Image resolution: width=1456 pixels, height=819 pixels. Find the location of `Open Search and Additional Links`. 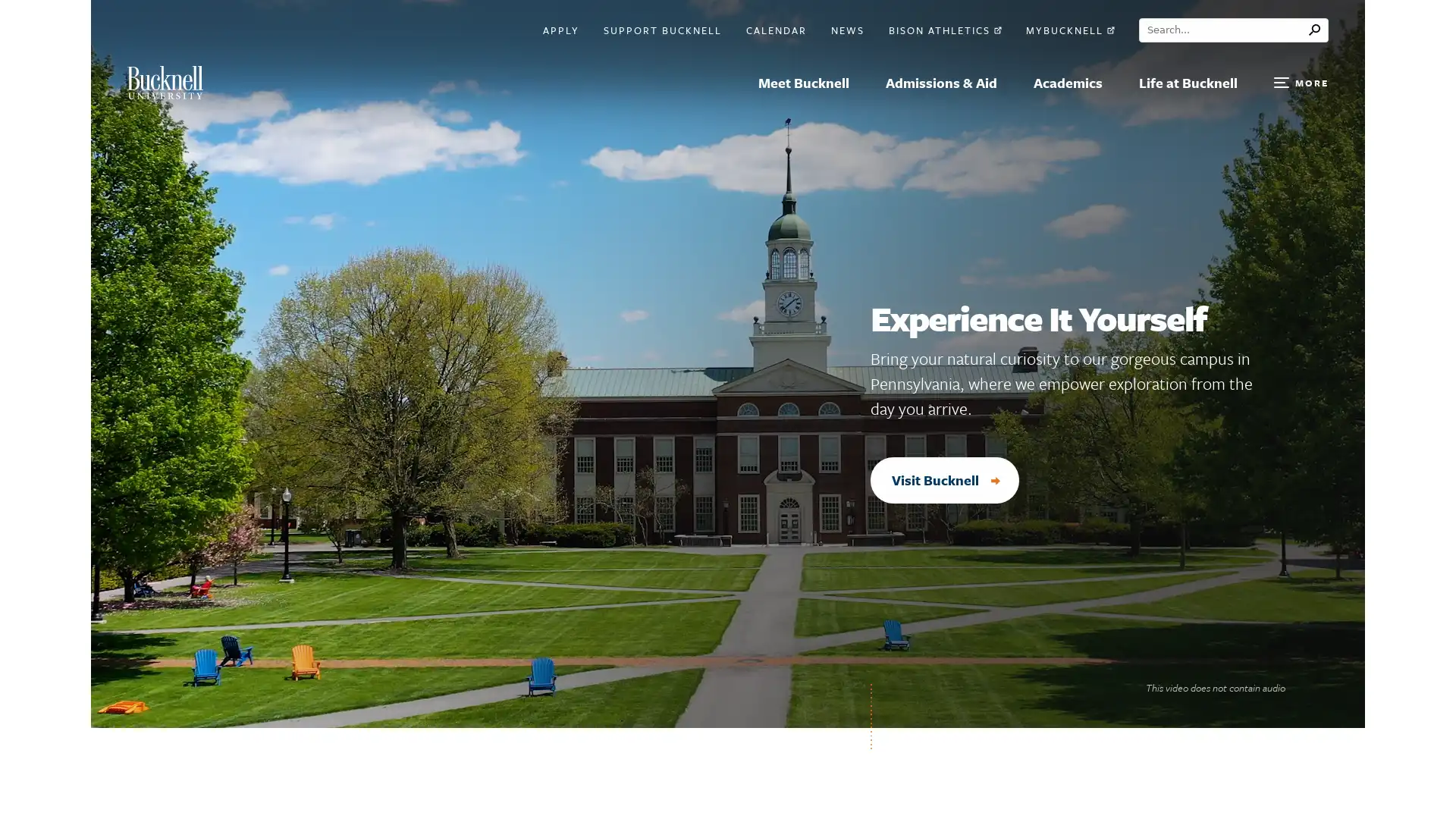

Open Search and Additional Links is located at coordinates (1301, 83).